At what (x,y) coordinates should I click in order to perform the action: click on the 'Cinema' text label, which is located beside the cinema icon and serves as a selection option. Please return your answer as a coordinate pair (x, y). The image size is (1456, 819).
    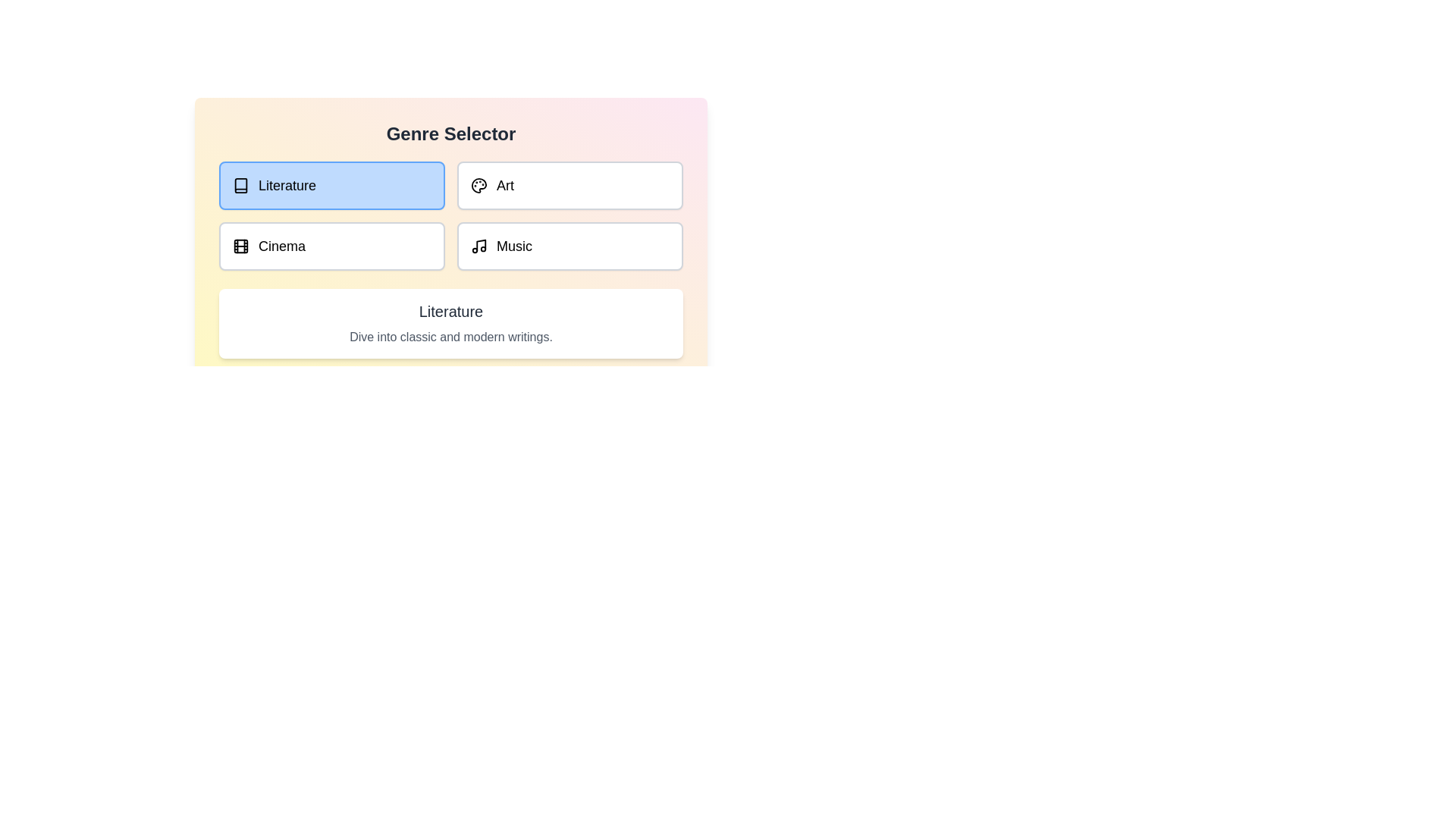
    Looking at the image, I should click on (282, 245).